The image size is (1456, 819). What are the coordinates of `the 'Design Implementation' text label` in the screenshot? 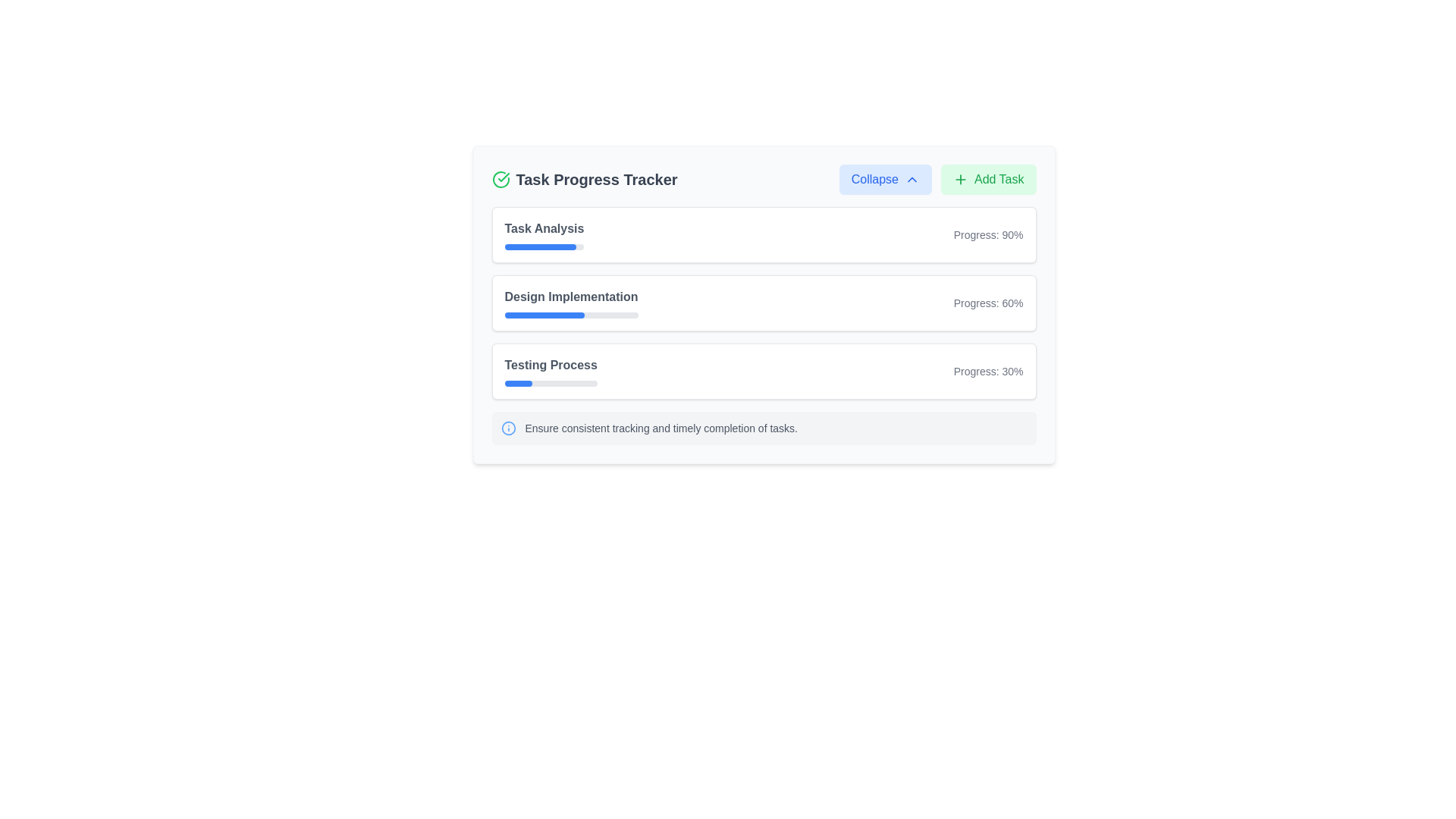 It's located at (570, 297).